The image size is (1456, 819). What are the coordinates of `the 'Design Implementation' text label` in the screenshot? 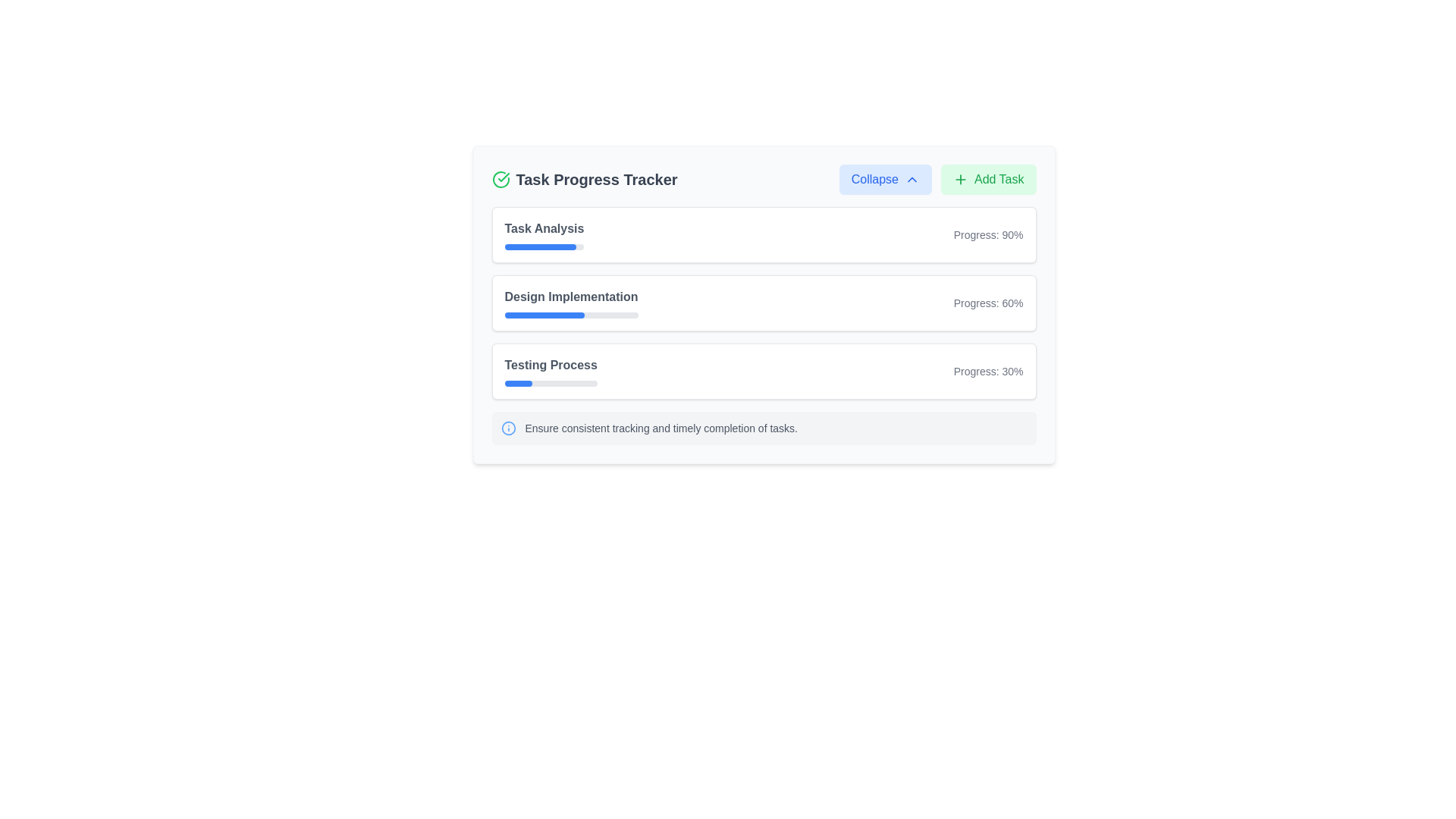 It's located at (570, 297).